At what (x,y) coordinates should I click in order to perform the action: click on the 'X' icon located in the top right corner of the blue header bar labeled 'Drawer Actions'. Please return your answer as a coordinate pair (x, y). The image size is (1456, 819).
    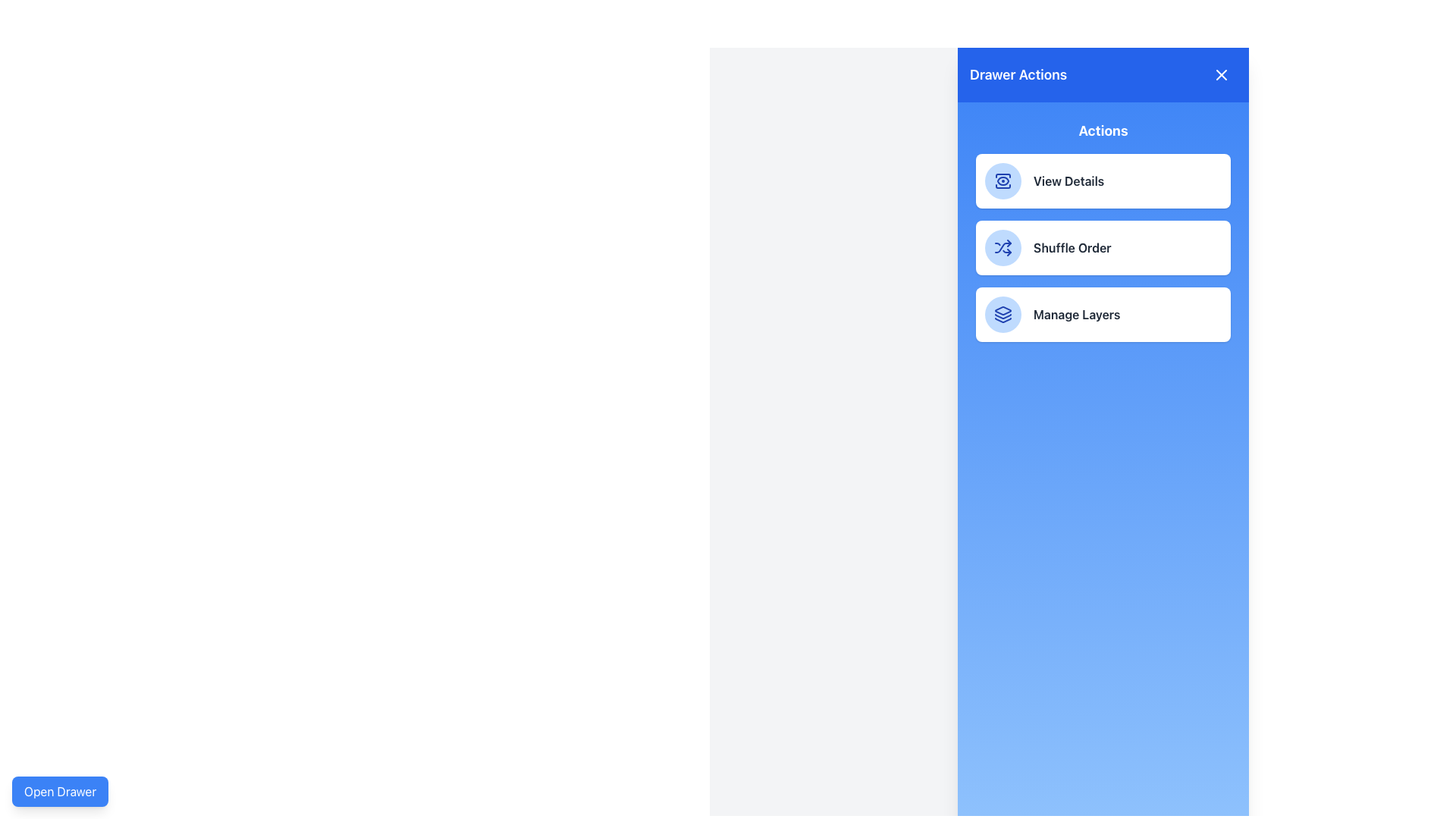
    Looking at the image, I should click on (1222, 75).